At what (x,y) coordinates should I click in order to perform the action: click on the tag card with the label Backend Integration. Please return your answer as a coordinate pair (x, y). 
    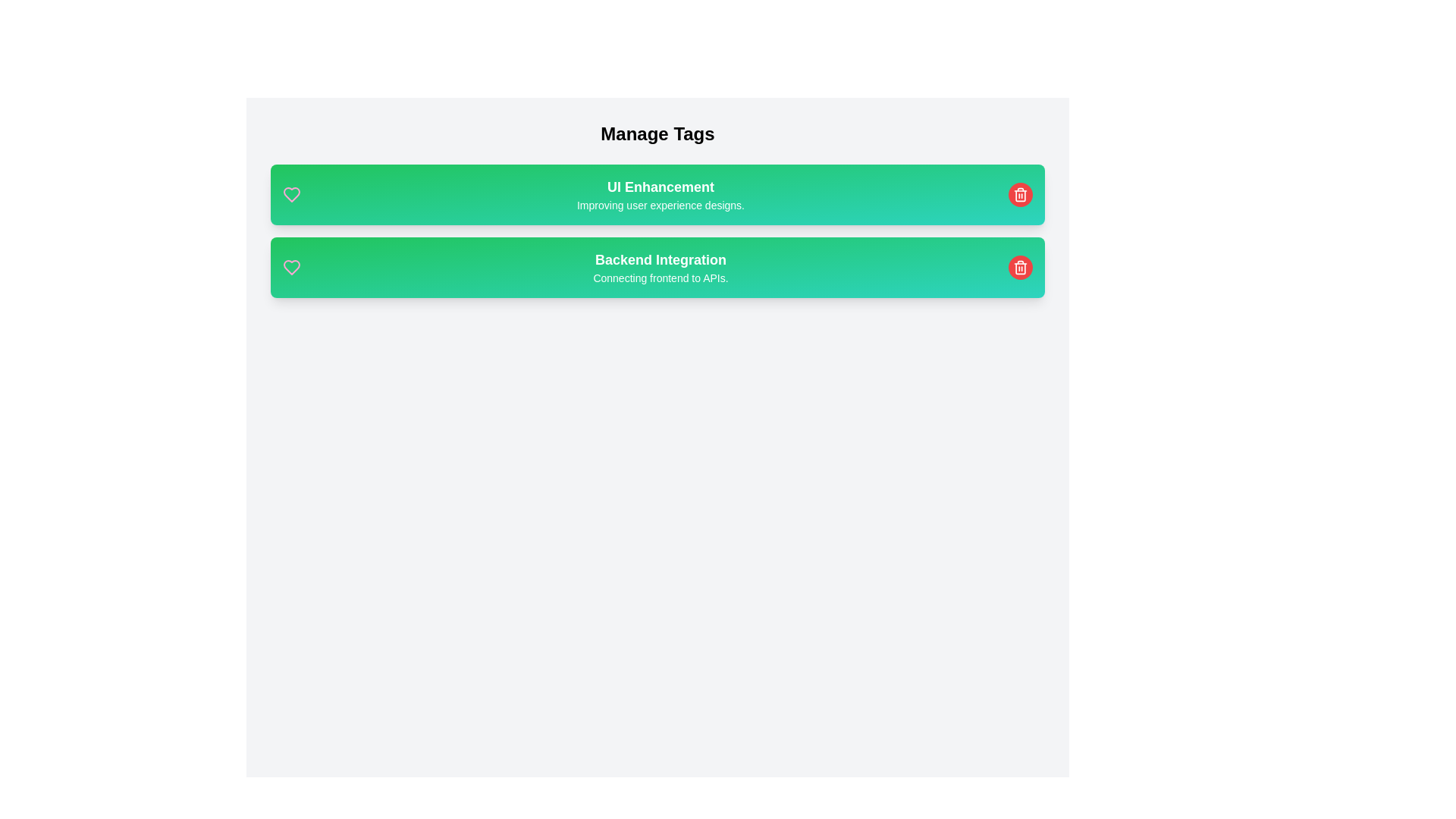
    Looking at the image, I should click on (657, 267).